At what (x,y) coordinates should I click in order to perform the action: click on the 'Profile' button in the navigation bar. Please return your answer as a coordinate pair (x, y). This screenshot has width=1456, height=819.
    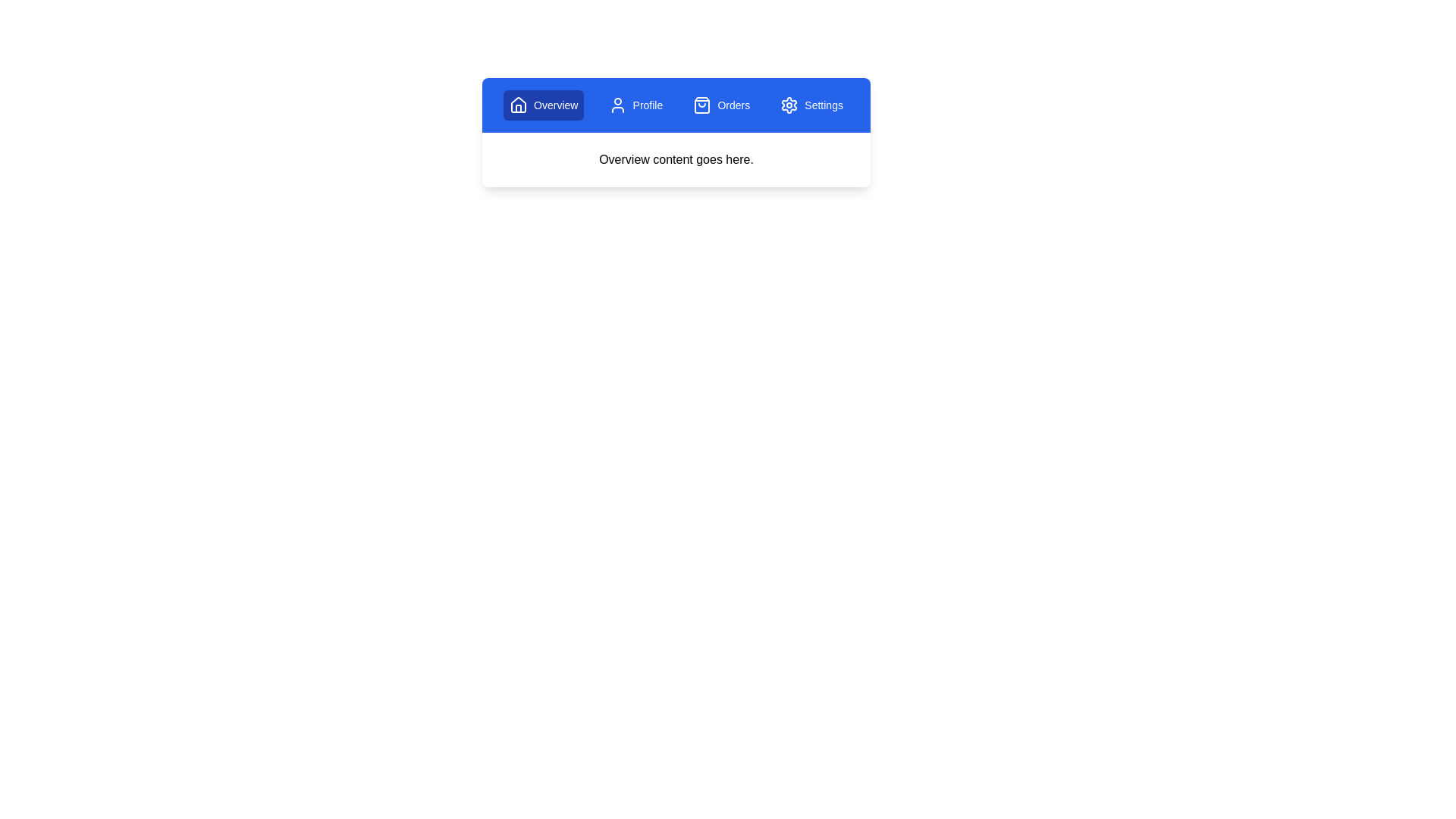
    Looking at the image, I should click on (635, 104).